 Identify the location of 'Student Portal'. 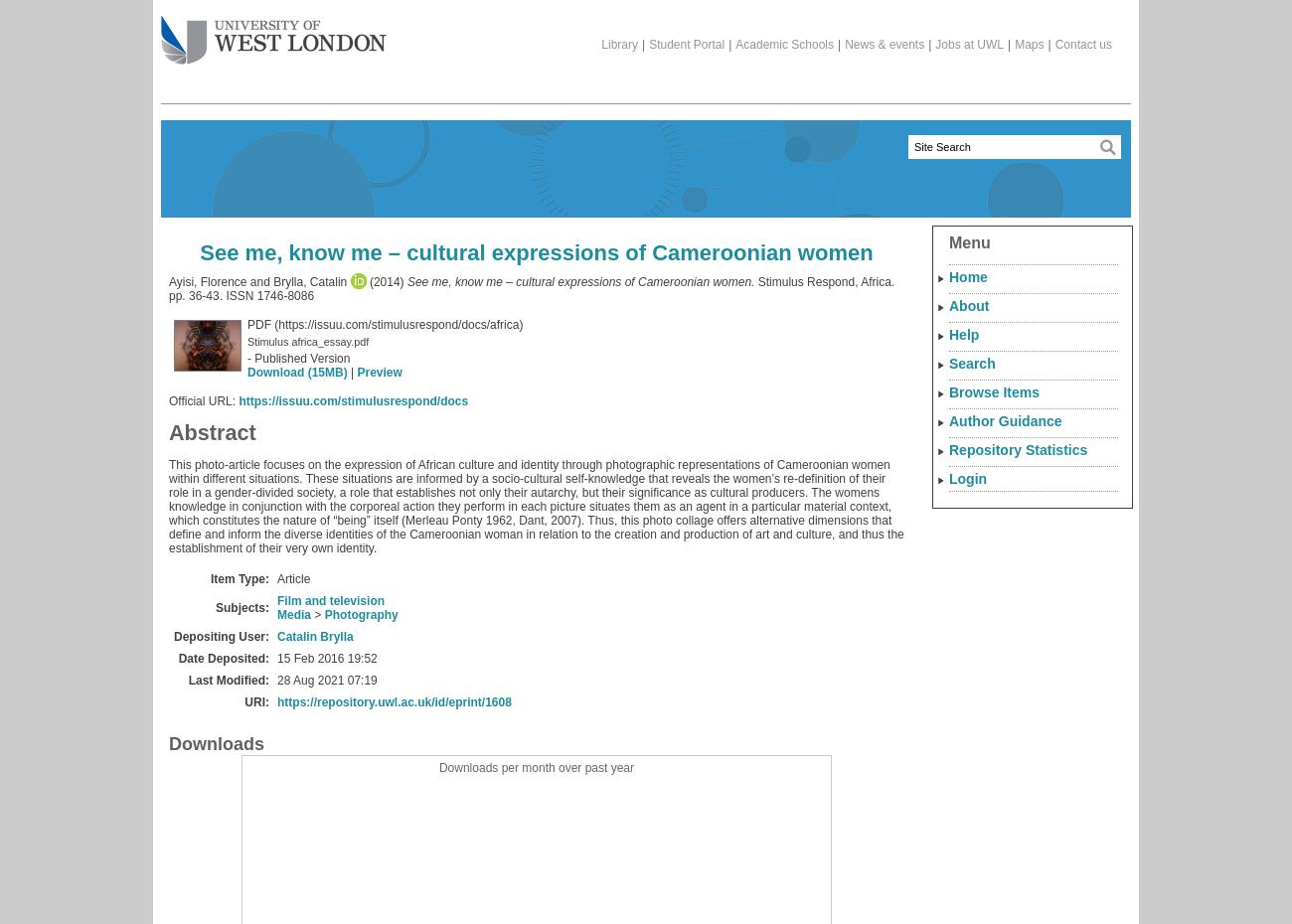
(685, 44).